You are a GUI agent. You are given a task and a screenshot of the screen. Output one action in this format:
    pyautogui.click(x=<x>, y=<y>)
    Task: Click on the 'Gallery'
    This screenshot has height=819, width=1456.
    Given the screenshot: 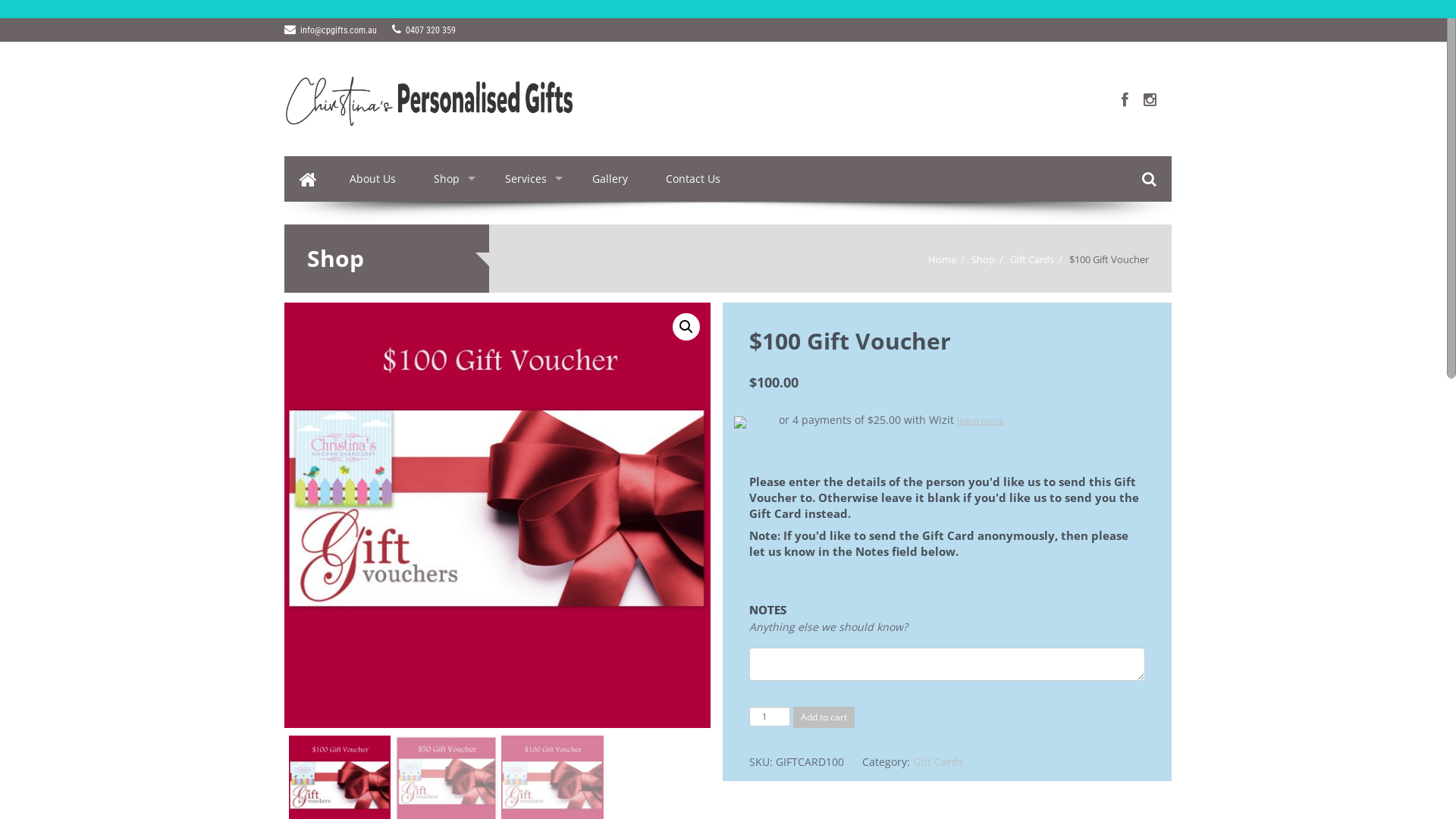 What is the action you would take?
    pyautogui.click(x=572, y=177)
    